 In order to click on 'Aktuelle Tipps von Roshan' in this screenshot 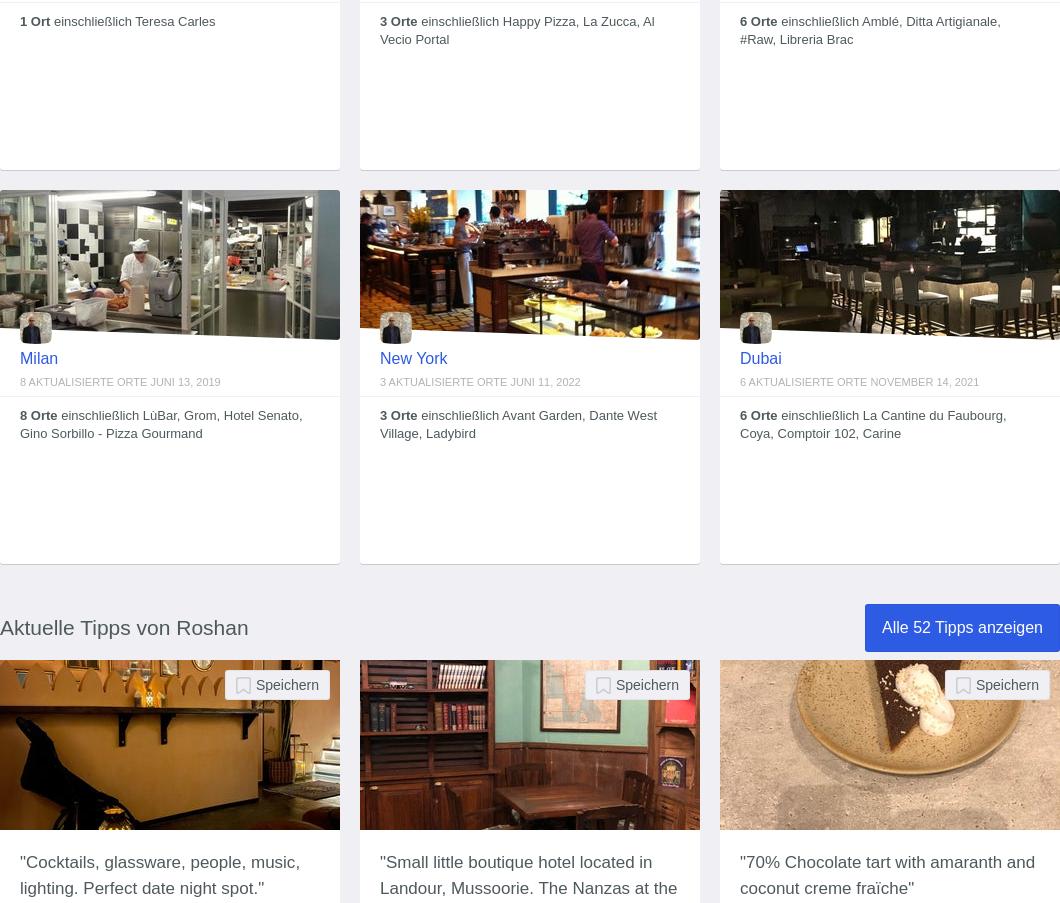, I will do `click(124, 627)`.